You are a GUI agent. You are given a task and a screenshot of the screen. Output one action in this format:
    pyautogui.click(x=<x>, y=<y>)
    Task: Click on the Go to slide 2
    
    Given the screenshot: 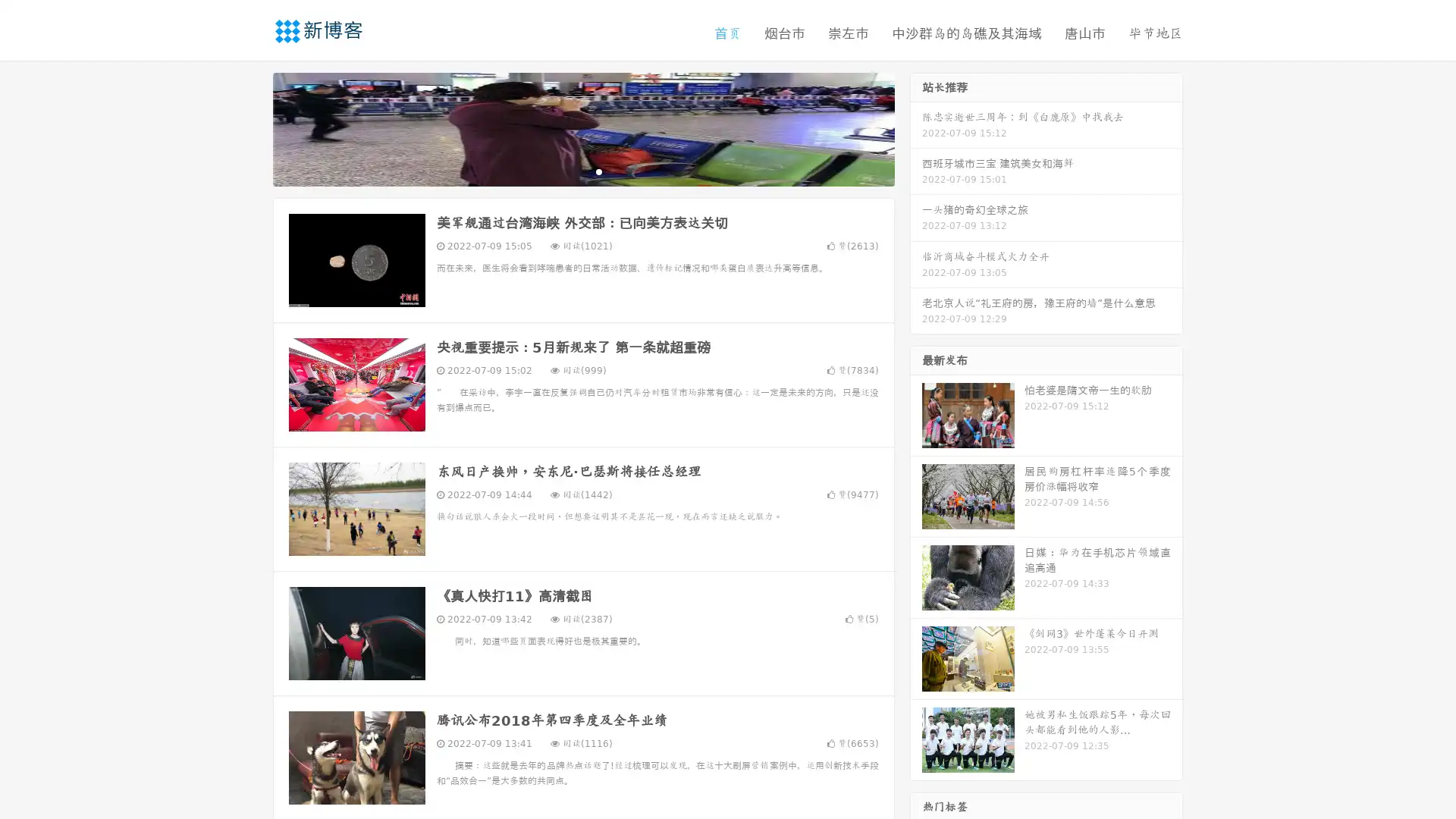 What is the action you would take?
    pyautogui.click(x=582, y=171)
    